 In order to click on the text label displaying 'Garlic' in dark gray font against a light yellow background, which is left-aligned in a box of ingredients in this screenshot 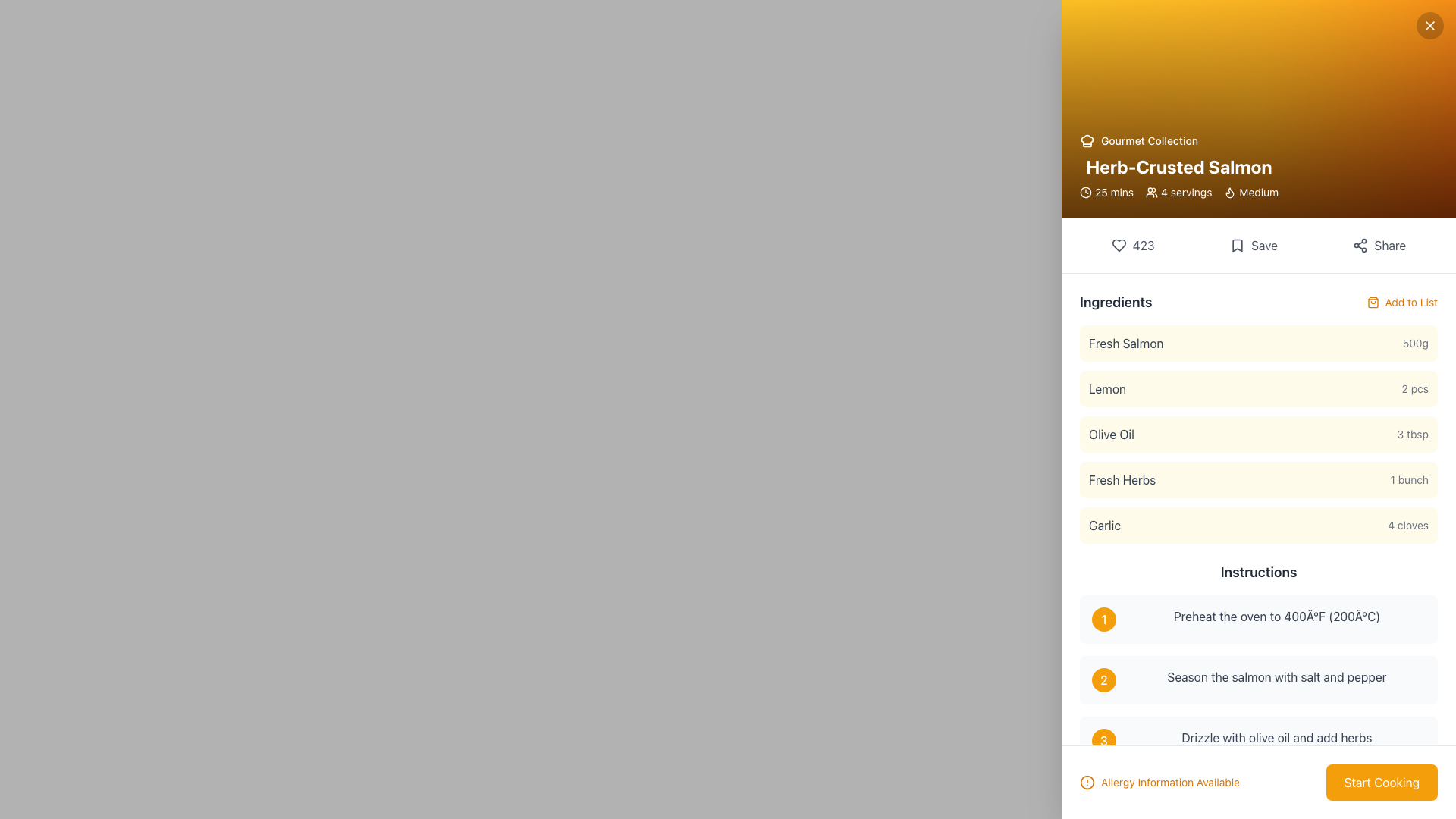, I will do `click(1104, 525)`.